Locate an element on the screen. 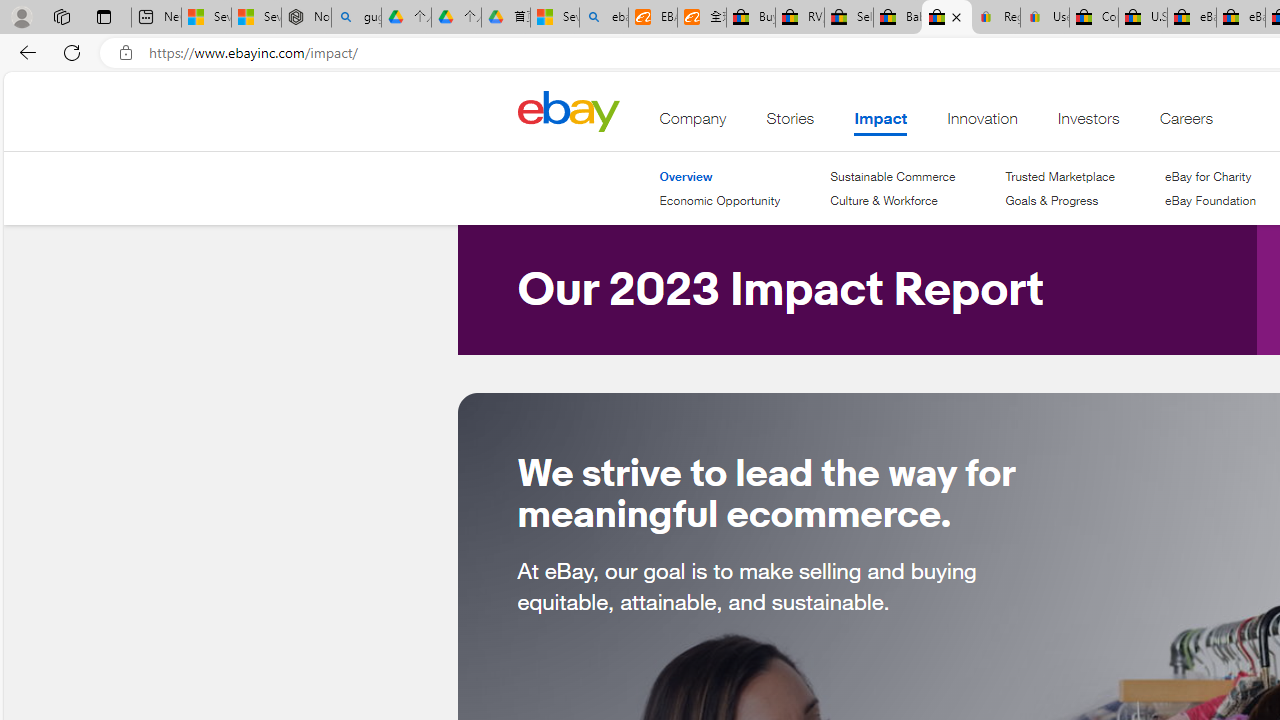 The image size is (1280, 720). 'eBay Foundation' is located at coordinates (1209, 200).